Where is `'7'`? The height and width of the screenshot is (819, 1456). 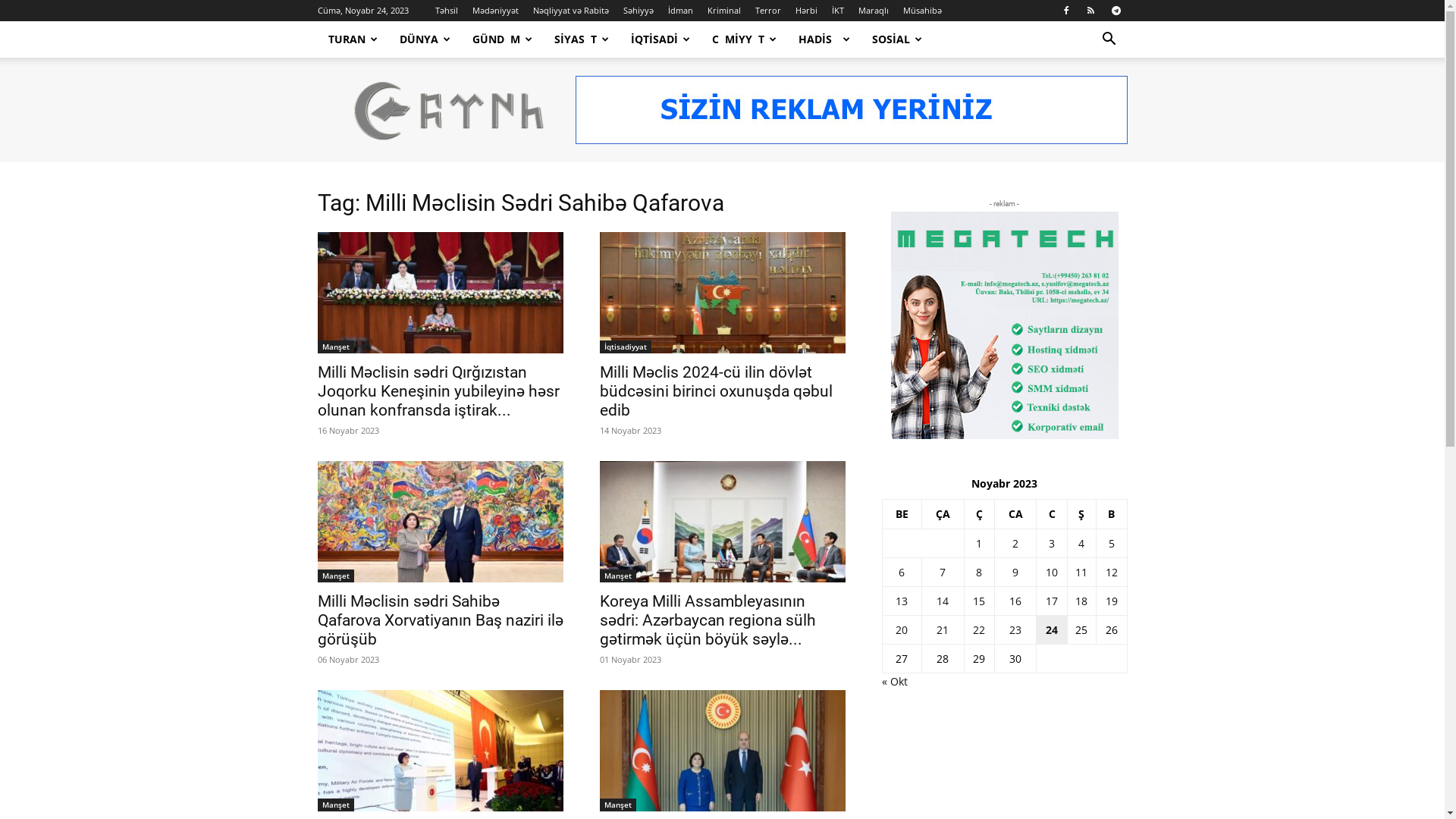 '7' is located at coordinates (942, 572).